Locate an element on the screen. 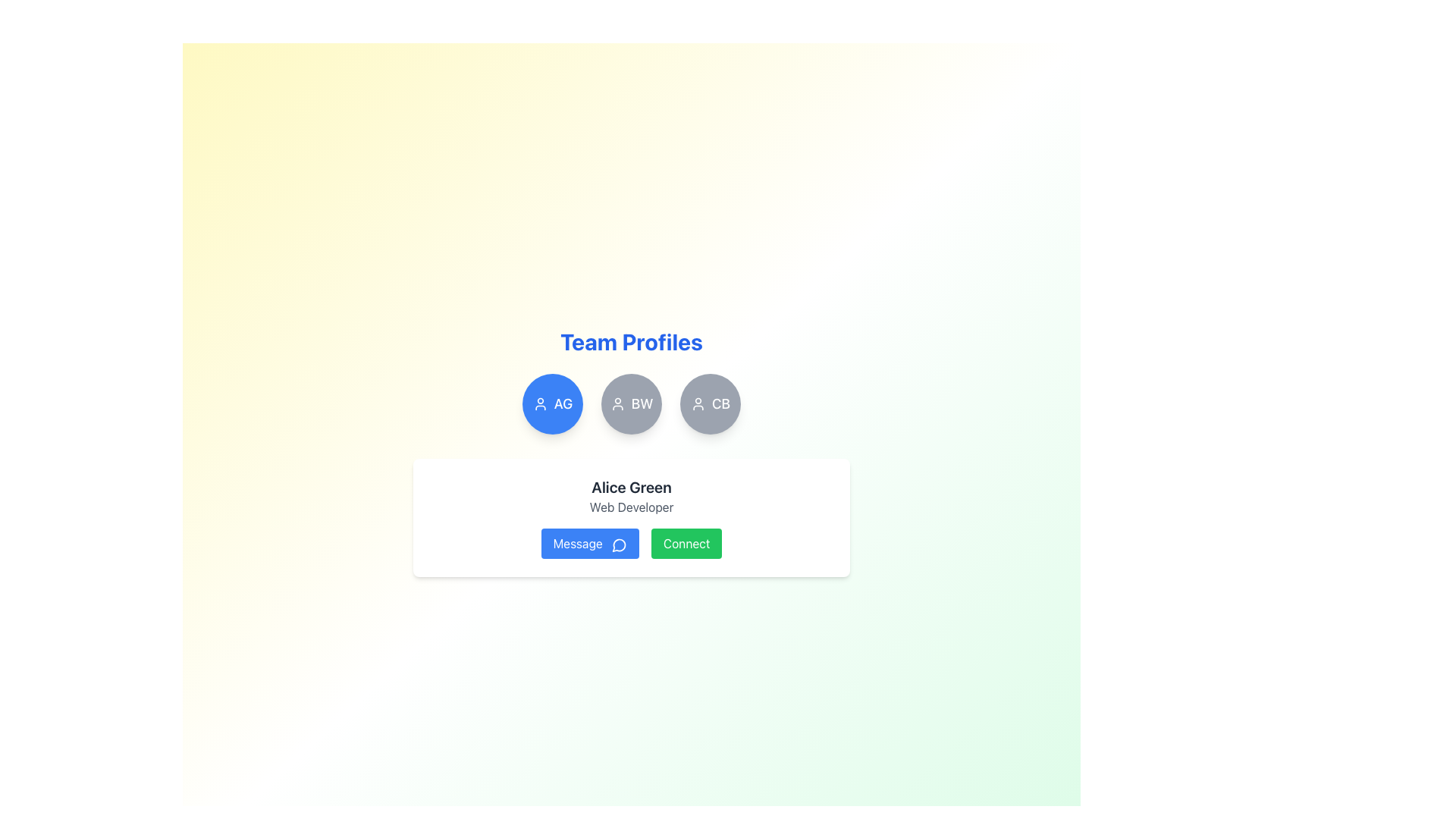  the button representing a user associated with the initials 'CB', located at the bottom-right corner of a horizontal row of three buttons is located at coordinates (709, 403).